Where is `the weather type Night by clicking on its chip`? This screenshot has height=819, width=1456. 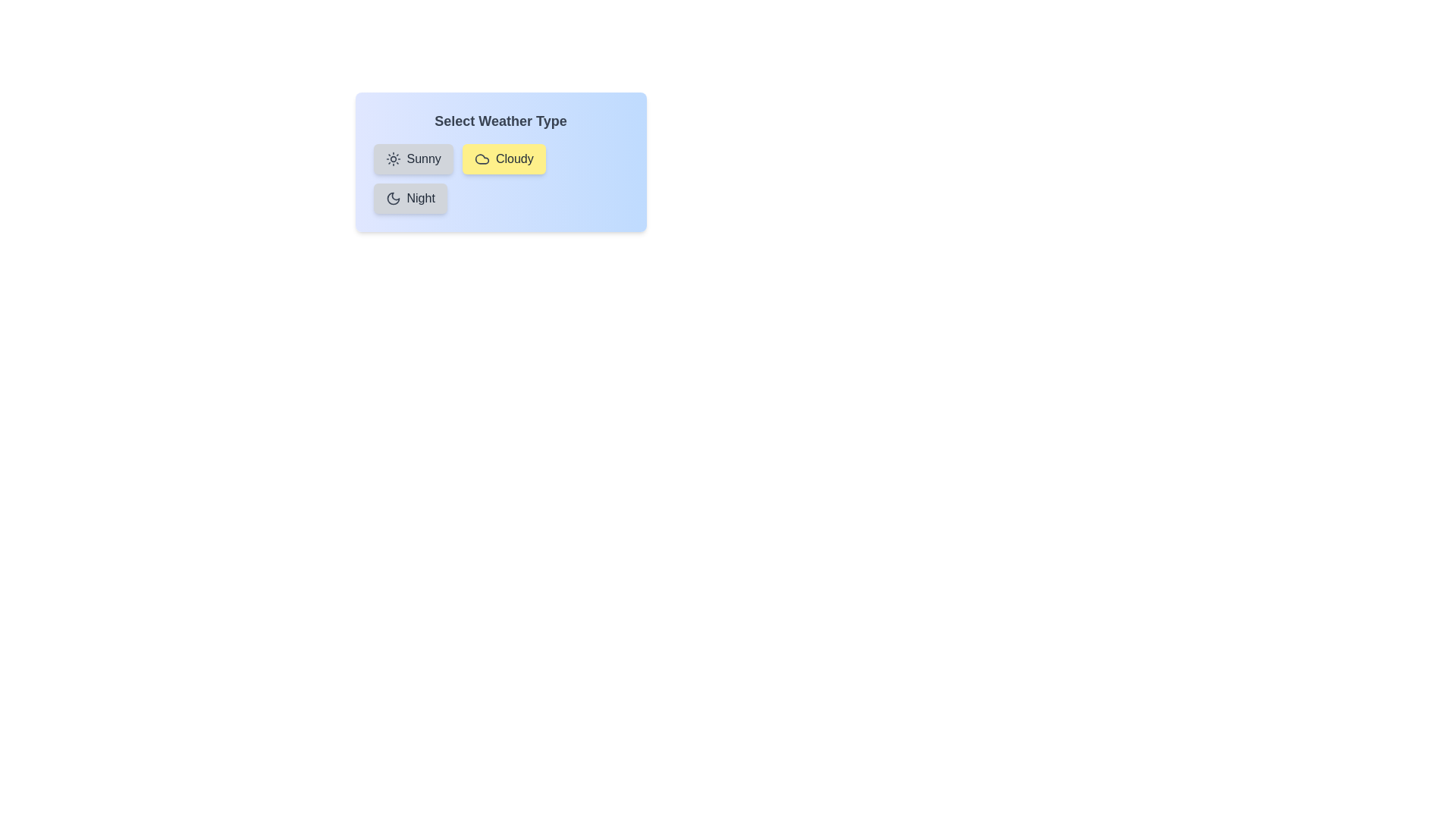
the weather type Night by clicking on its chip is located at coordinates (410, 198).